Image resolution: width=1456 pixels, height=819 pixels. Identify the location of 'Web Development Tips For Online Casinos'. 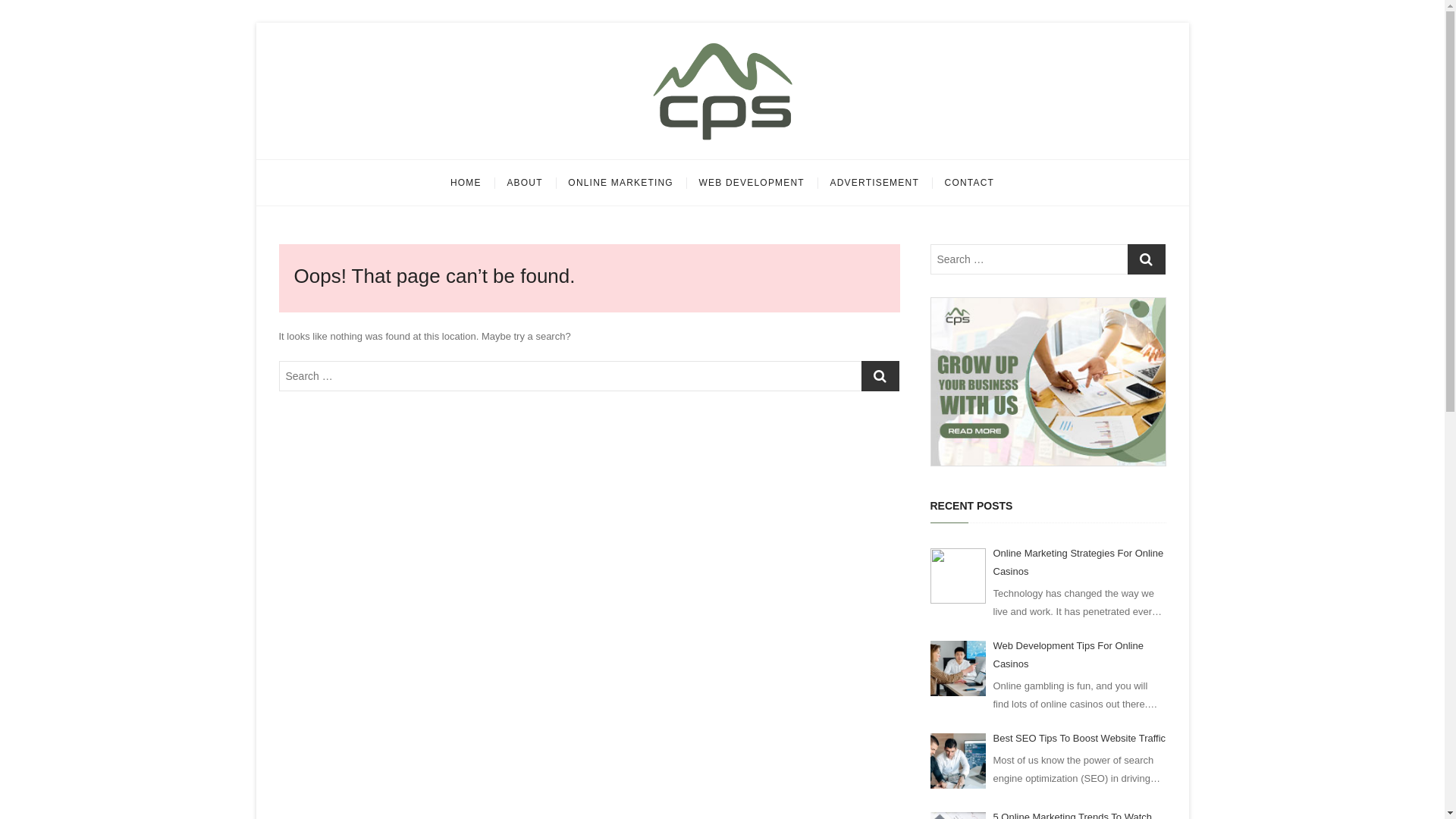
(1079, 654).